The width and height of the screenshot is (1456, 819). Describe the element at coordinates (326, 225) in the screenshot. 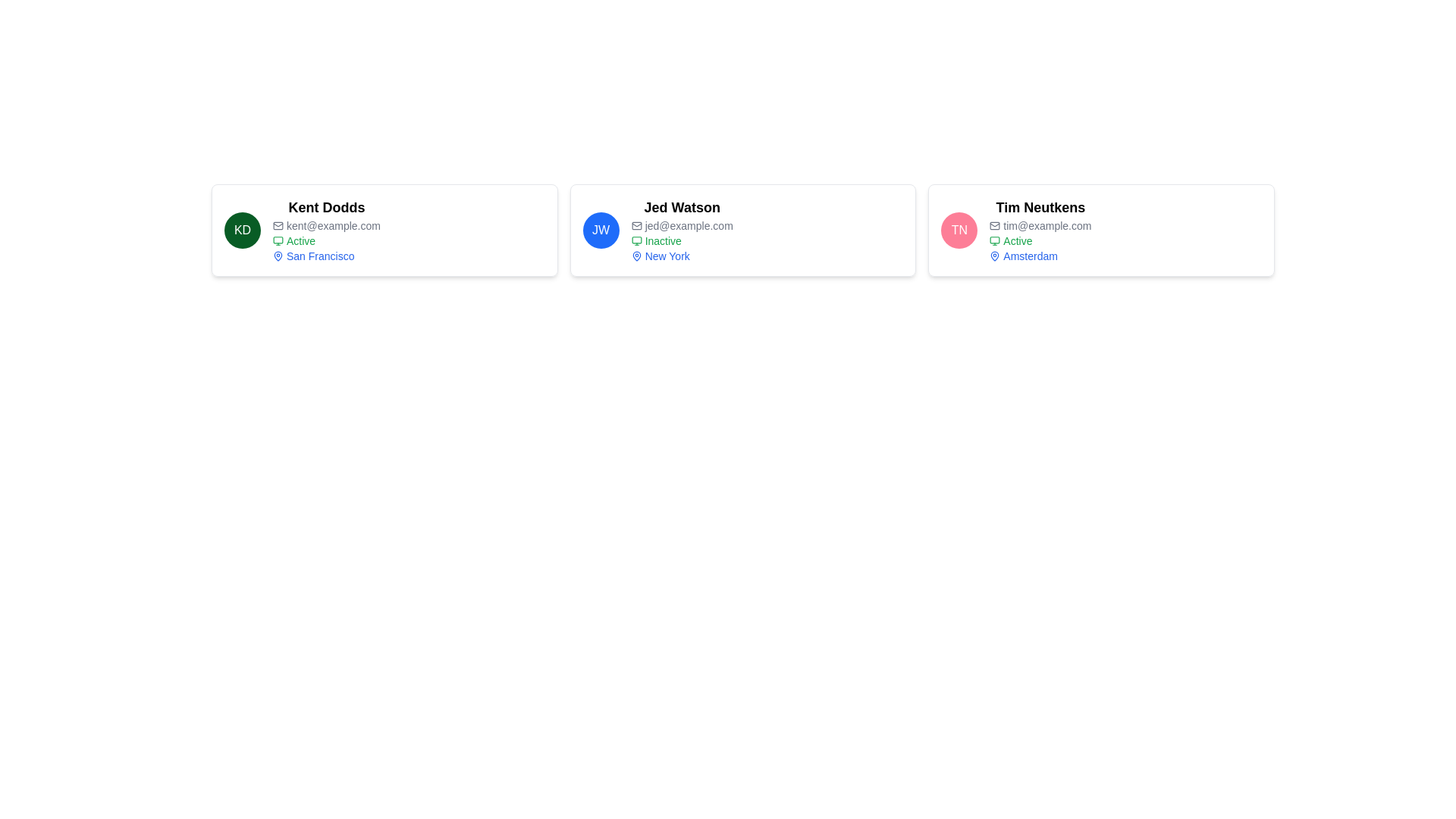

I see `the text label displaying the email address 'kent@example.com', which is styled in small, gray-colored text and is located beneath the name 'Kent Dodds' in the first card of the user interface` at that location.